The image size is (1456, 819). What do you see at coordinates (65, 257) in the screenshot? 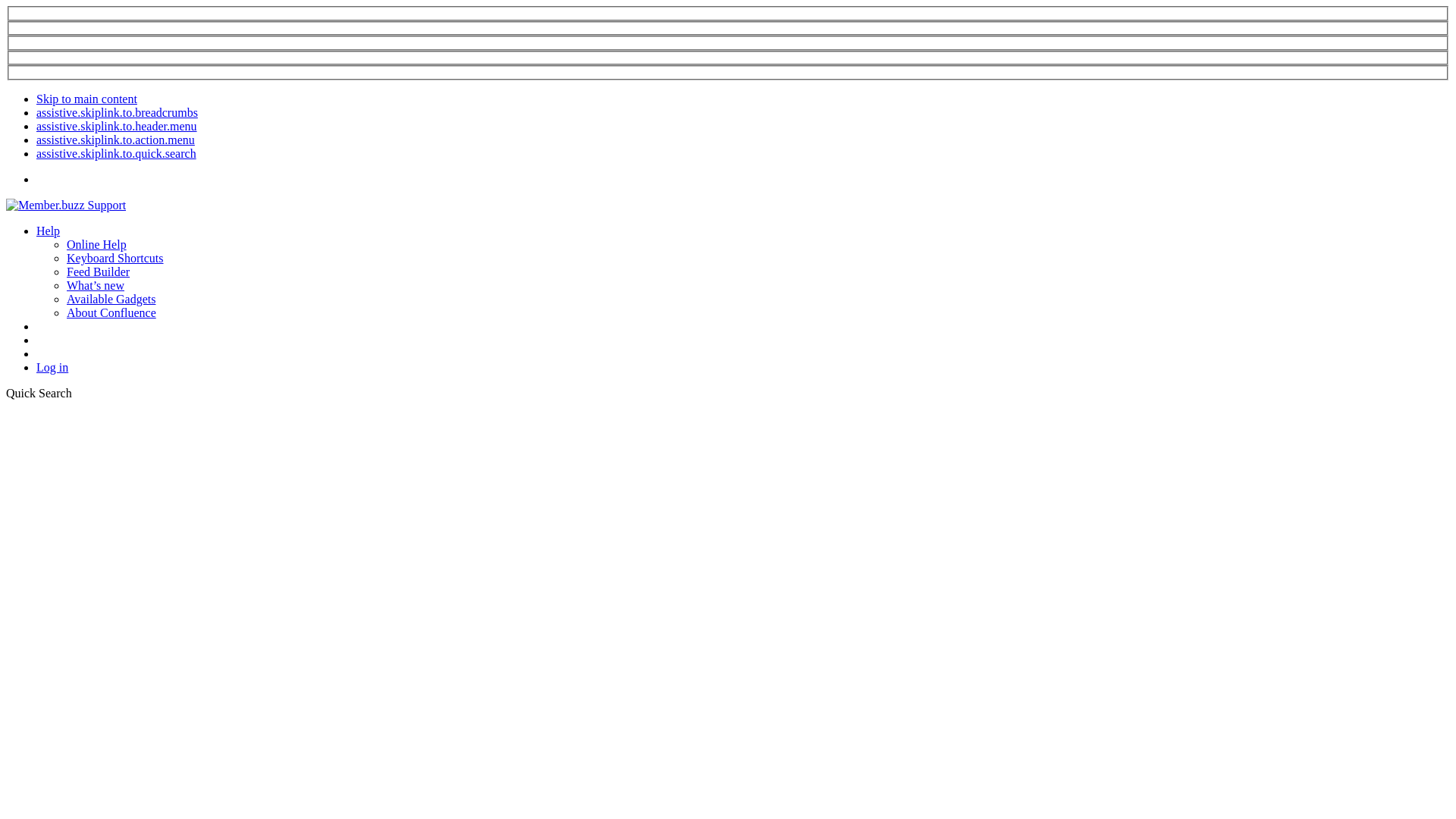
I see `'Keyboard Shortcuts'` at bounding box center [65, 257].